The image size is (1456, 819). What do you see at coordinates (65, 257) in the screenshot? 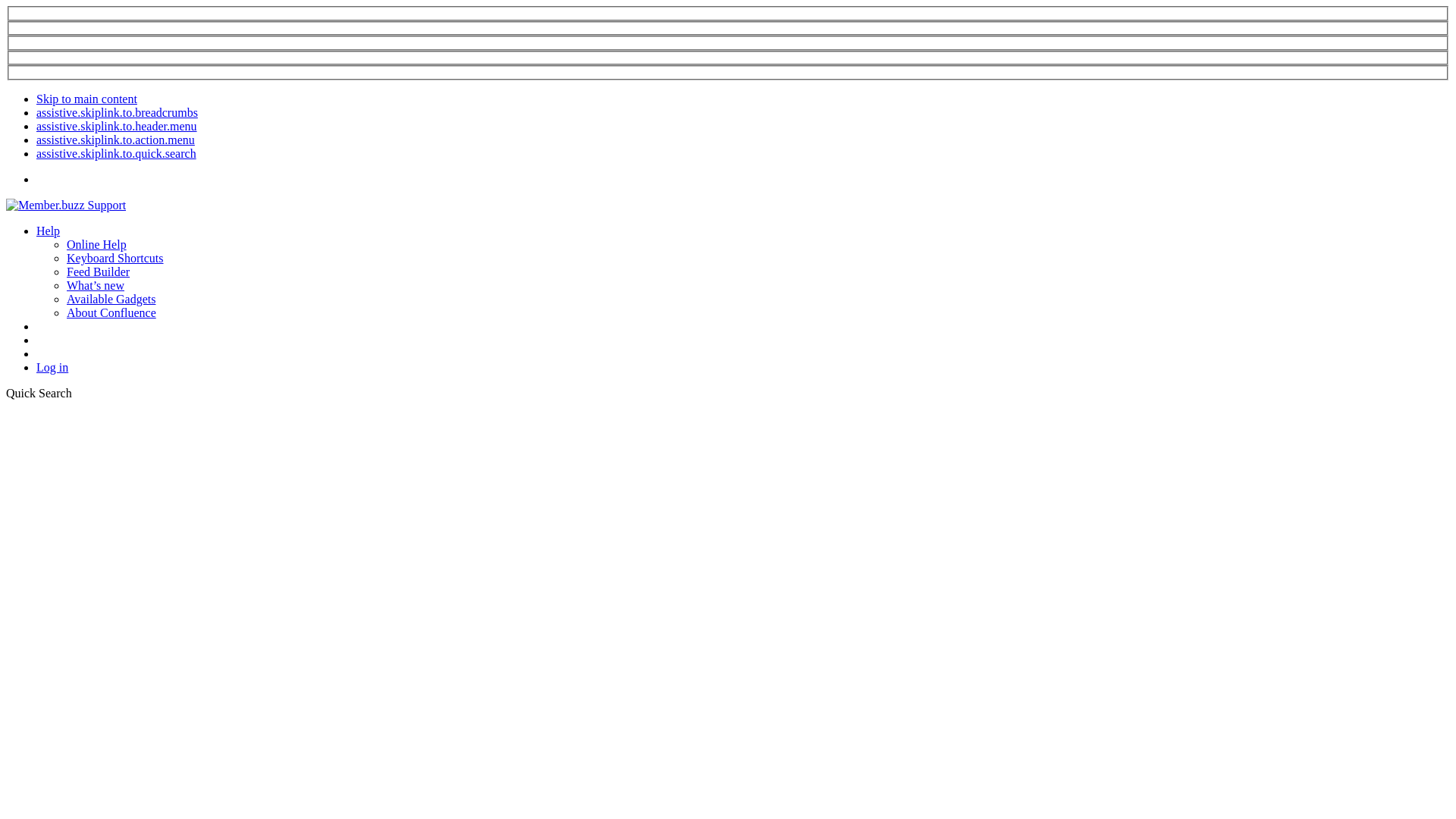
I see `'Keyboard Shortcuts'` at bounding box center [65, 257].